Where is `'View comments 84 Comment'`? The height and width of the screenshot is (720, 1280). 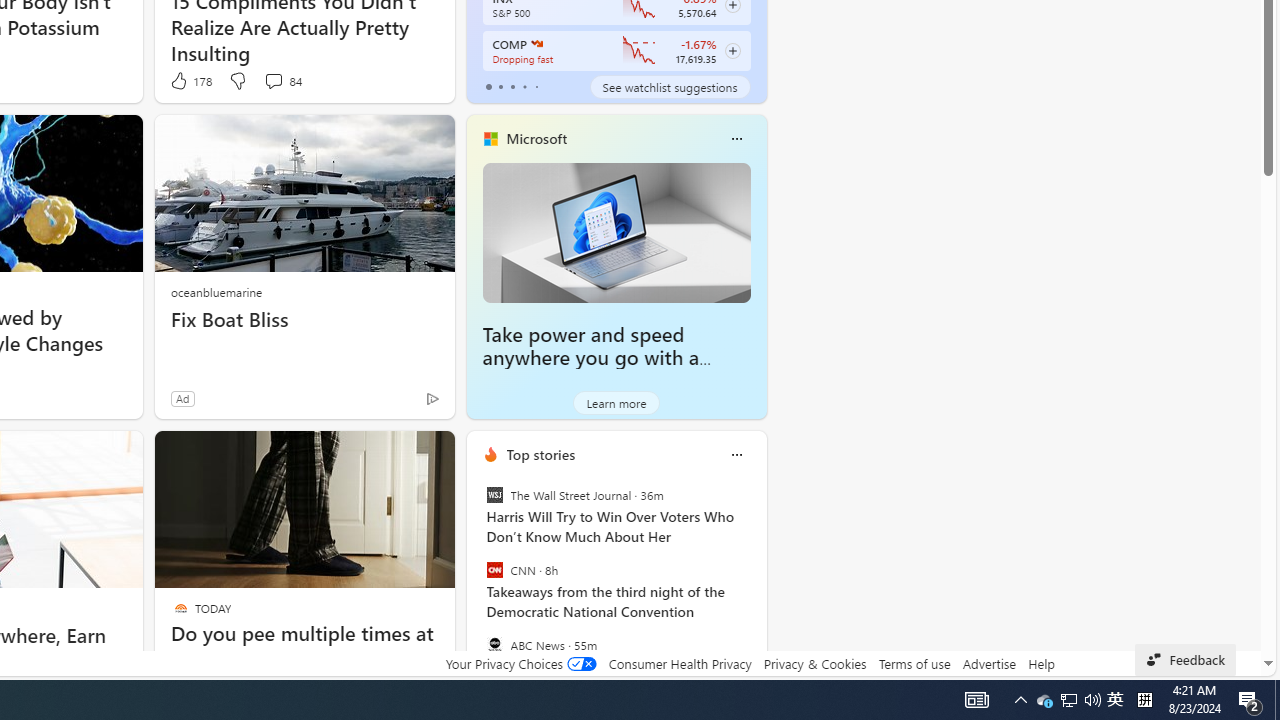 'View comments 84 Comment' is located at coordinates (272, 80).